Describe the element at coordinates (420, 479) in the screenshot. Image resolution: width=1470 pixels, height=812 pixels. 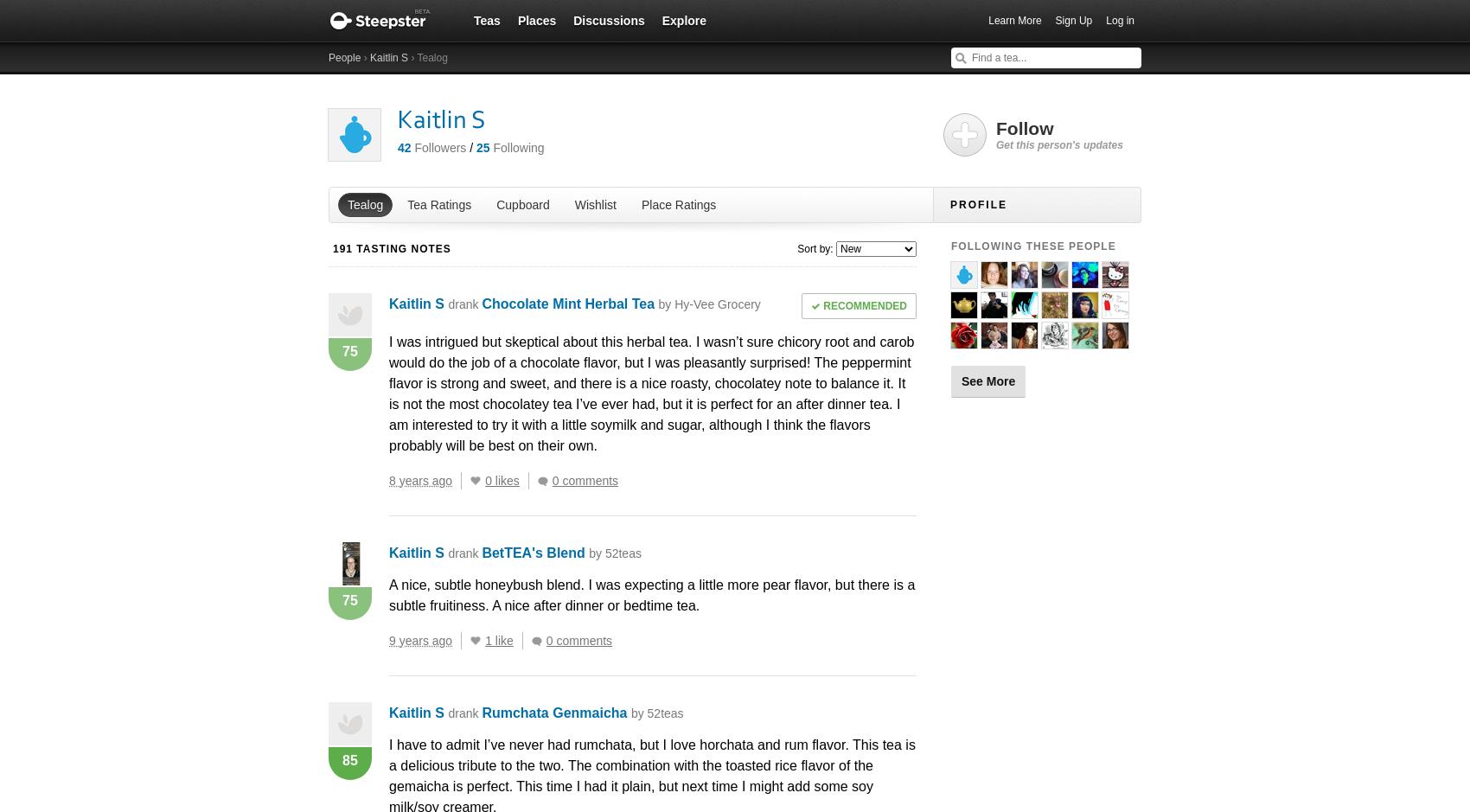
I see `'8 years ago'` at that location.